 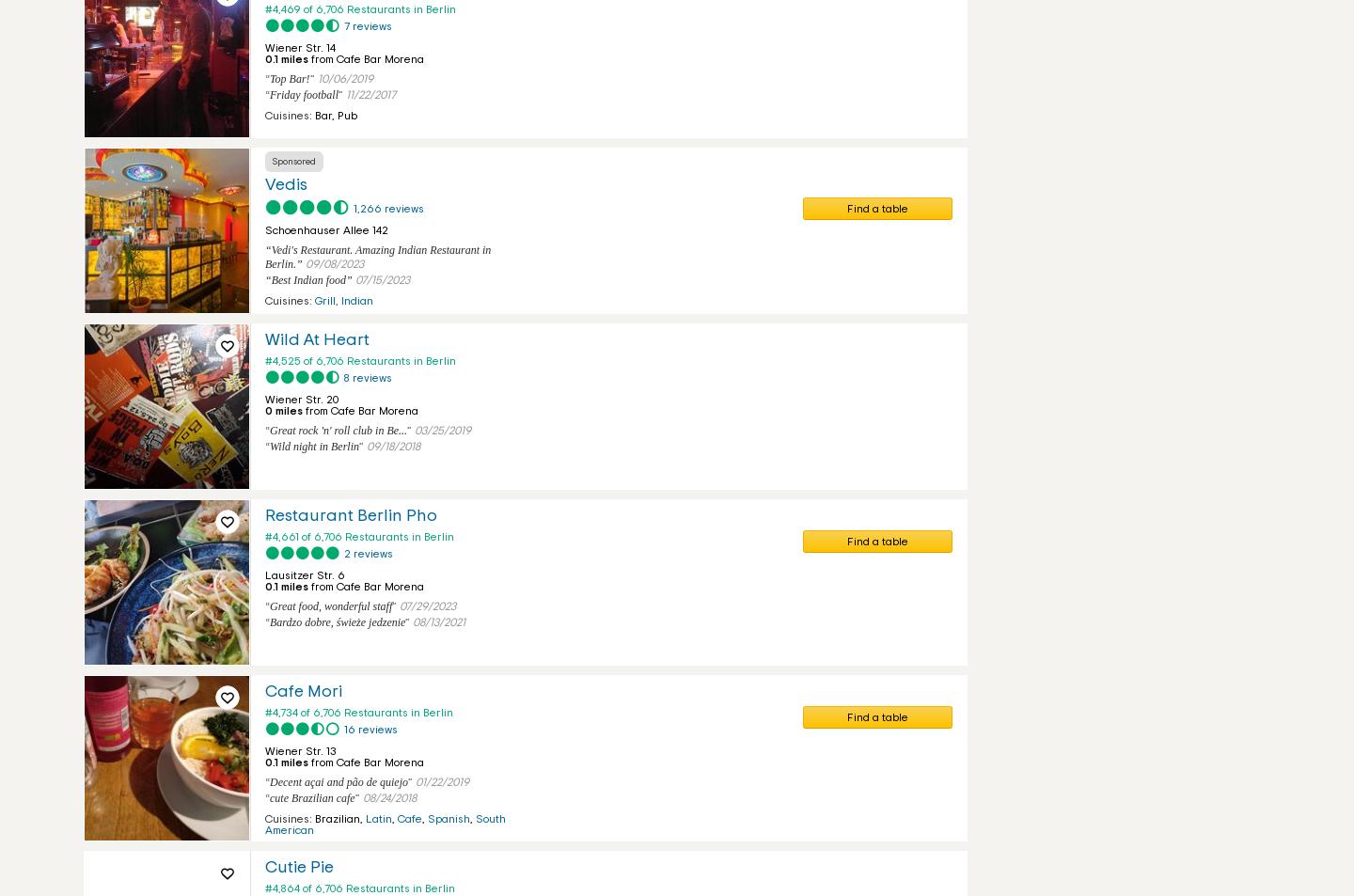 I want to click on '03/25/2019', so click(x=443, y=430).